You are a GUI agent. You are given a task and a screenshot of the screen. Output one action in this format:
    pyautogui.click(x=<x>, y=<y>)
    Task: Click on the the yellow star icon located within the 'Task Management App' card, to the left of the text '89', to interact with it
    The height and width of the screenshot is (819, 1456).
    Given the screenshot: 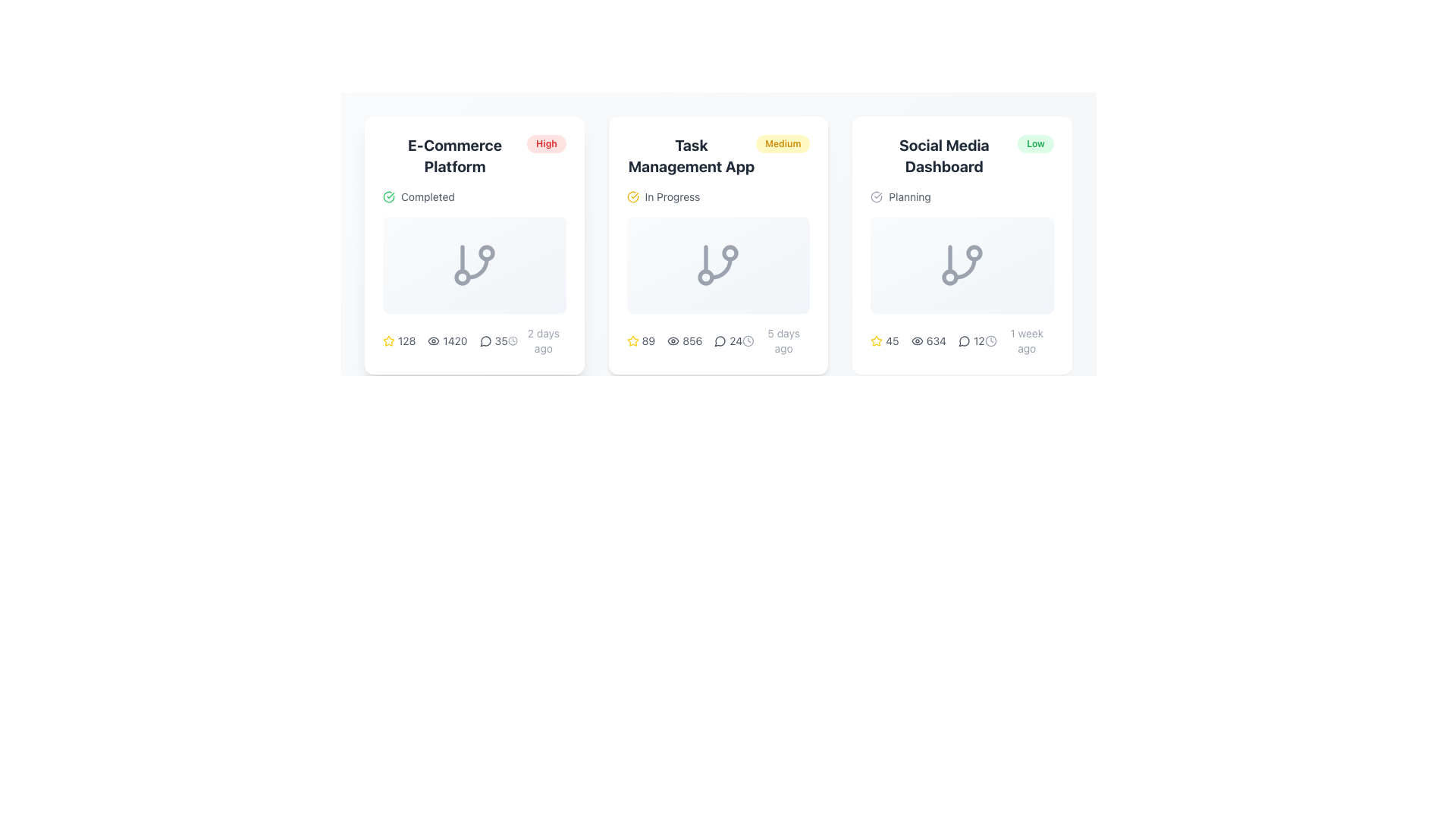 What is the action you would take?
    pyautogui.click(x=632, y=341)
    